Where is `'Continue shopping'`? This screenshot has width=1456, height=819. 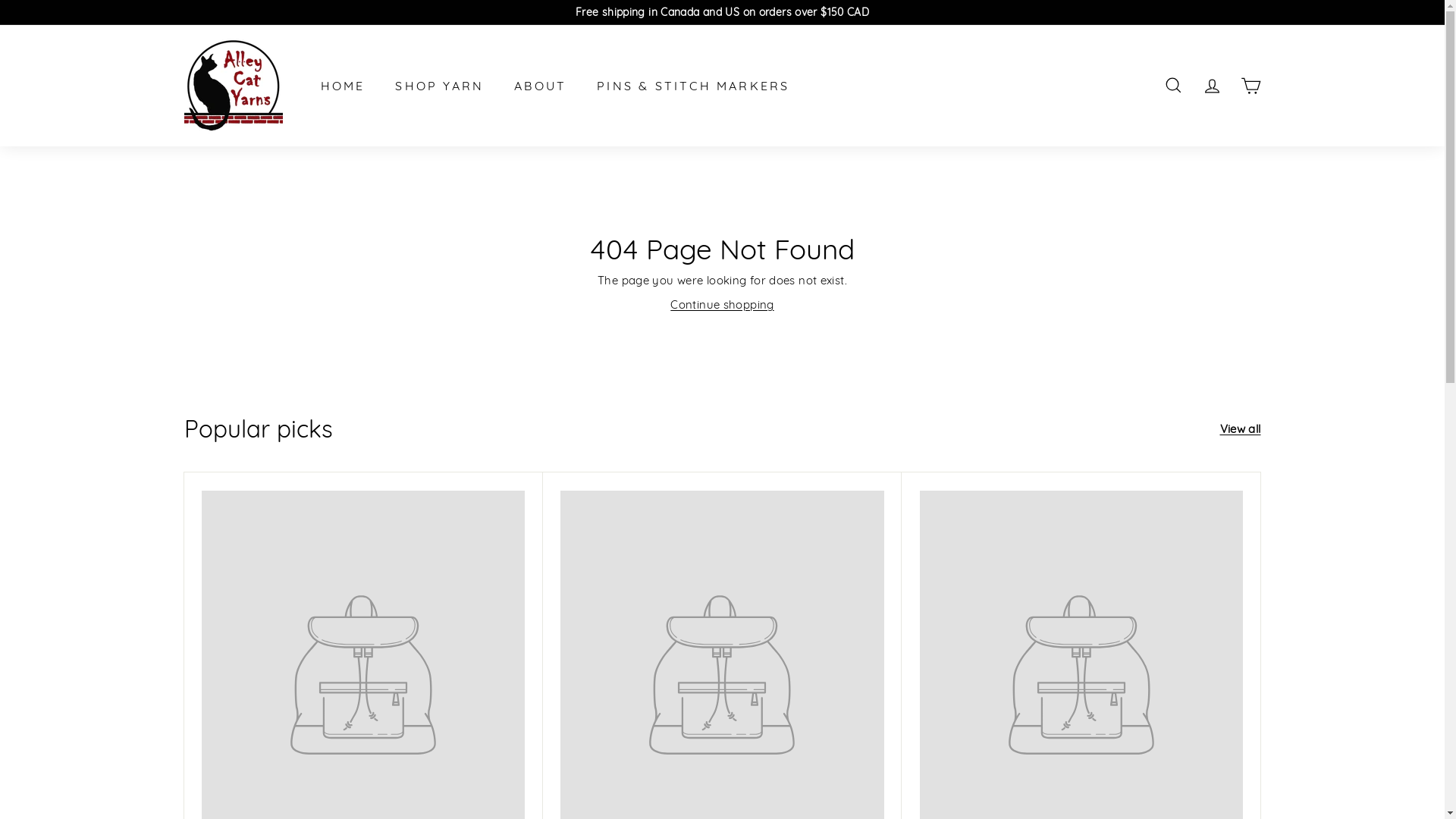 'Continue shopping' is located at coordinates (720, 304).